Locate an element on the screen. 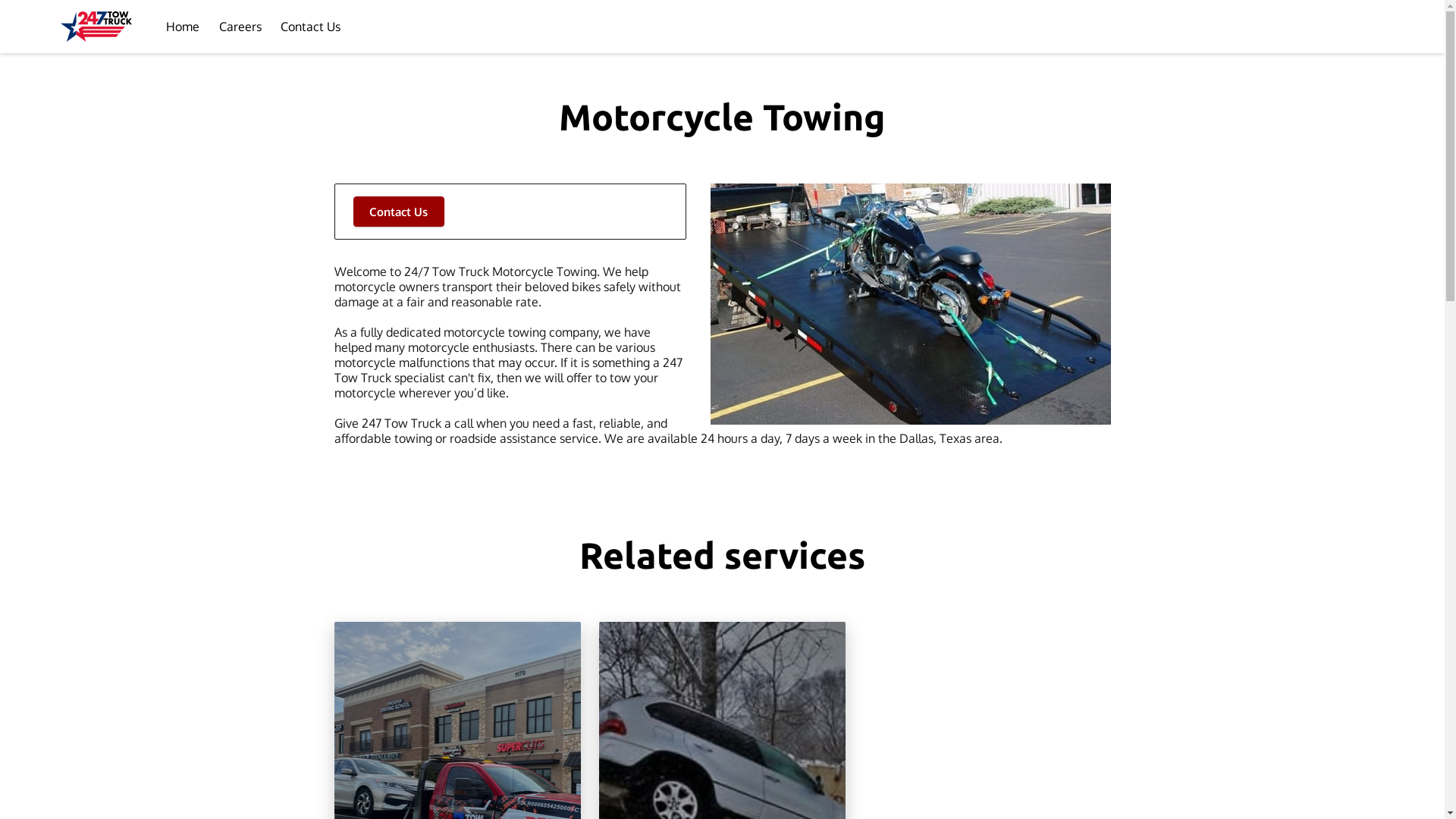 The image size is (1456, 819). 'Careers' is located at coordinates (239, 26).